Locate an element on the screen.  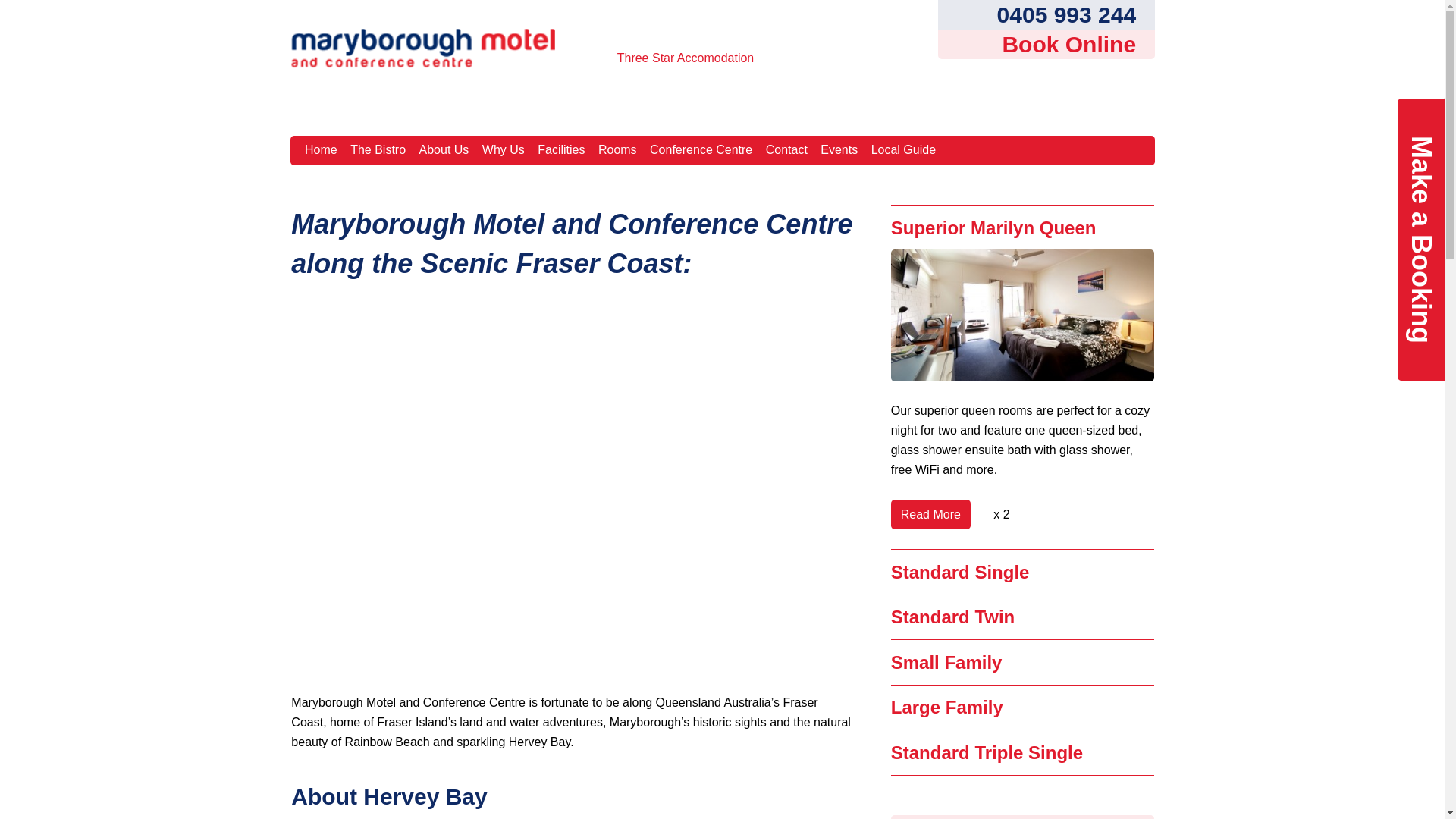
'Standard Single' is located at coordinates (959, 572).